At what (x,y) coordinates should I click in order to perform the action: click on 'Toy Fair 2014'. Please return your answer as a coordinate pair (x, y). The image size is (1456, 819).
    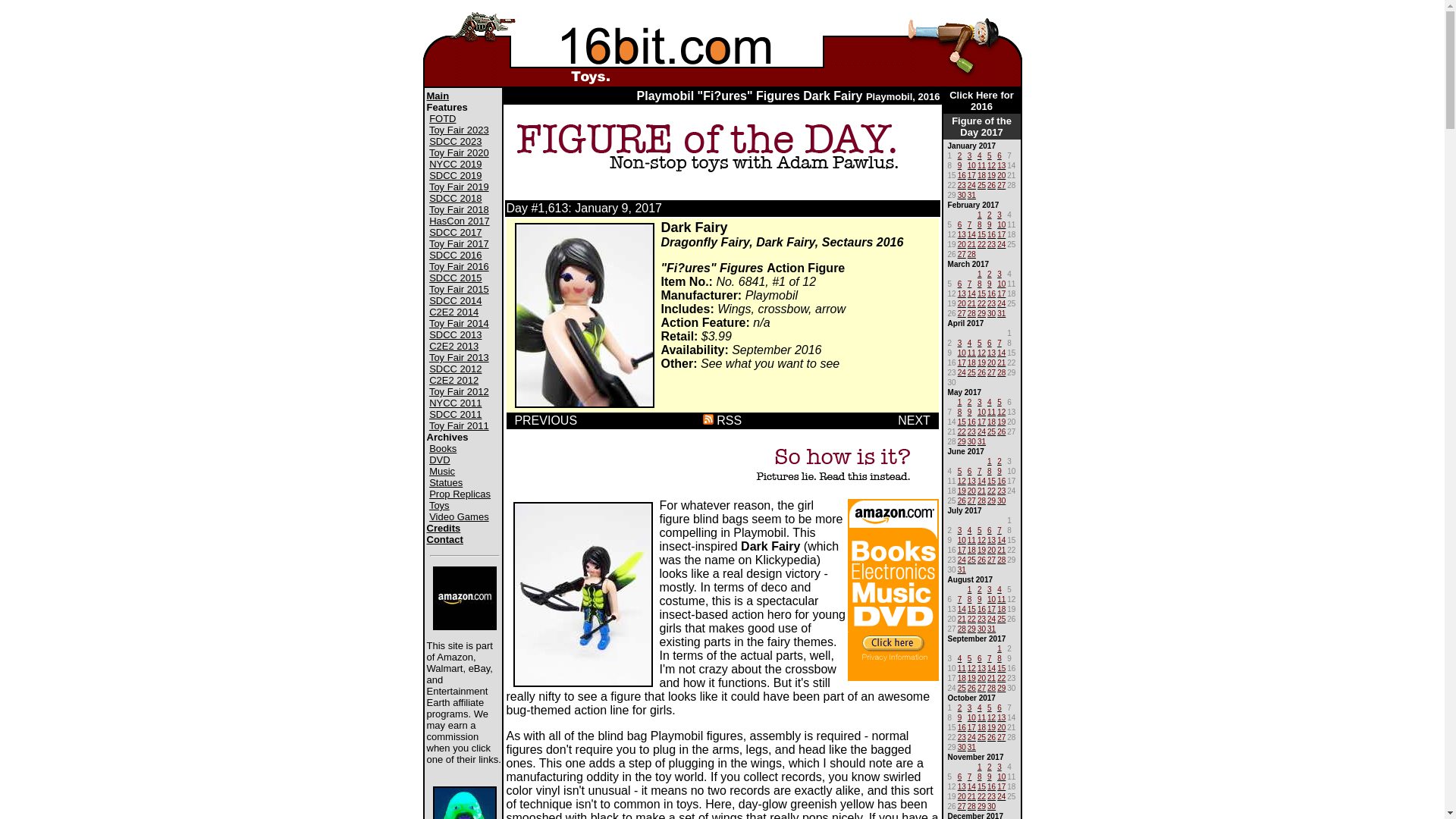
    Looking at the image, I should click on (428, 322).